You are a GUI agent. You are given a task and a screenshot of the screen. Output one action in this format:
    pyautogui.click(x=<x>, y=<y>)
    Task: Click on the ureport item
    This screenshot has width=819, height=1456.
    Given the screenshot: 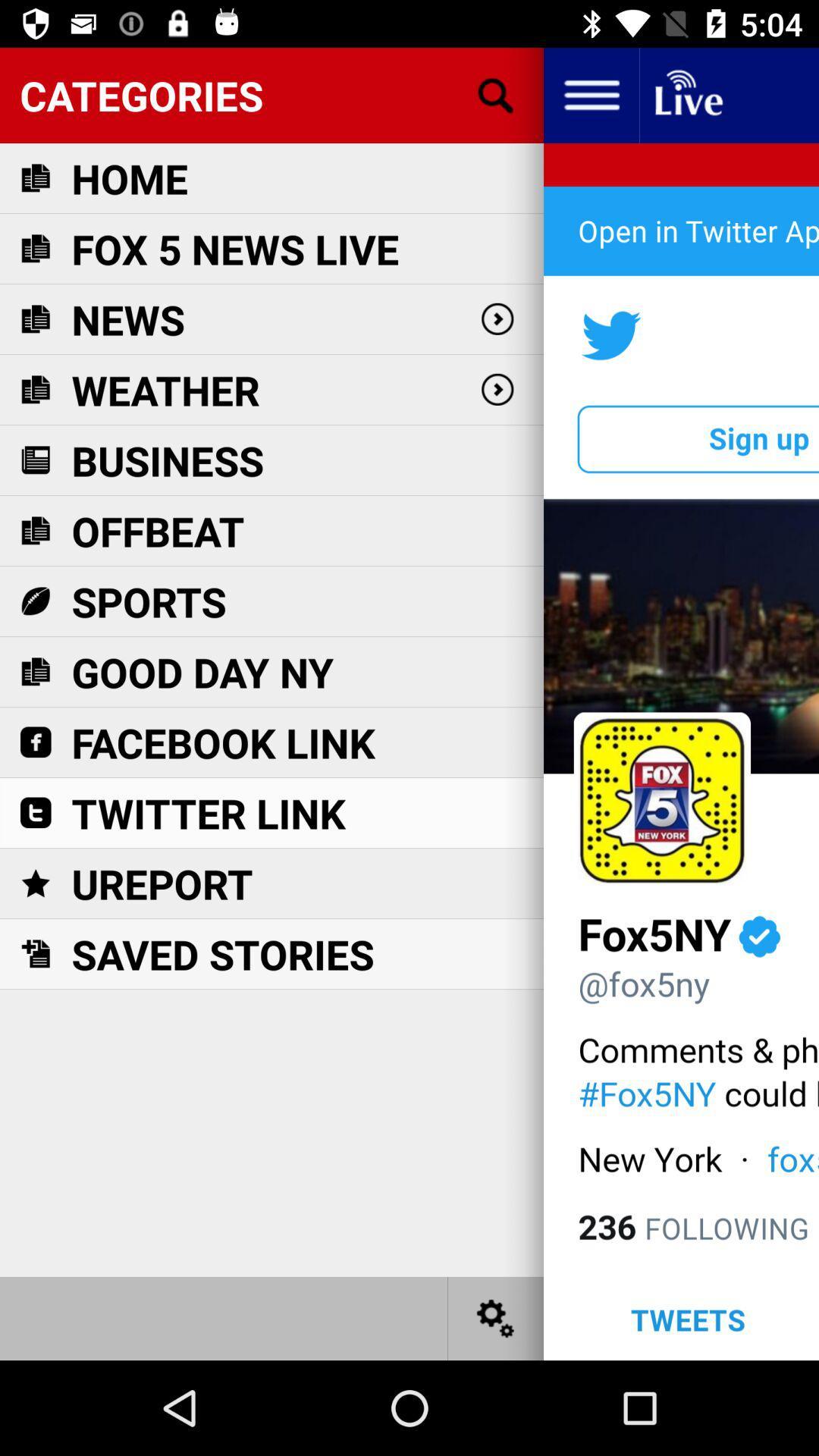 What is the action you would take?
    pyautogui.click(x=162, y=883)
    